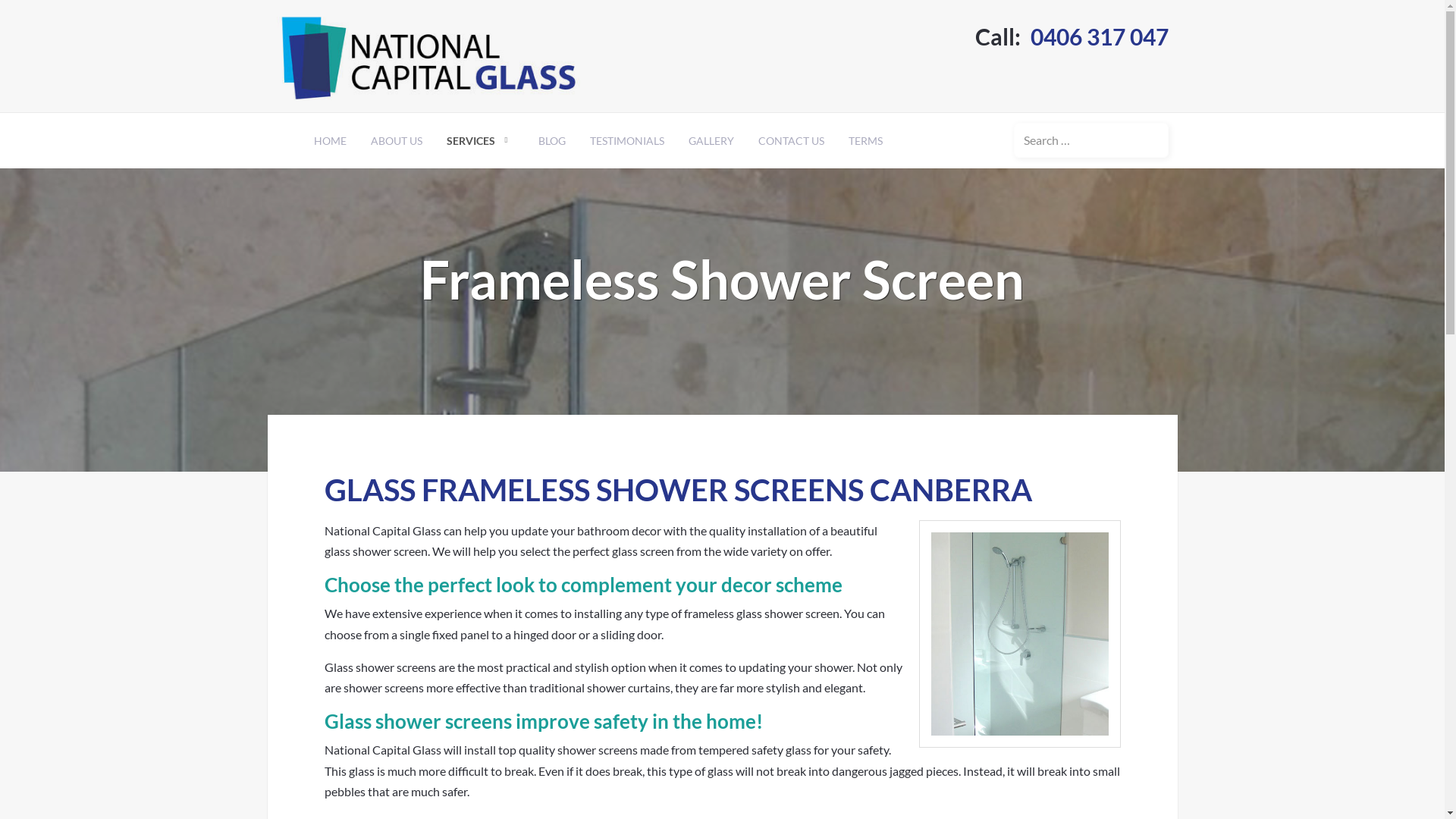 This screenshot has width=1456, height=819. I want to click on 'BLOG', so click(551, 140).